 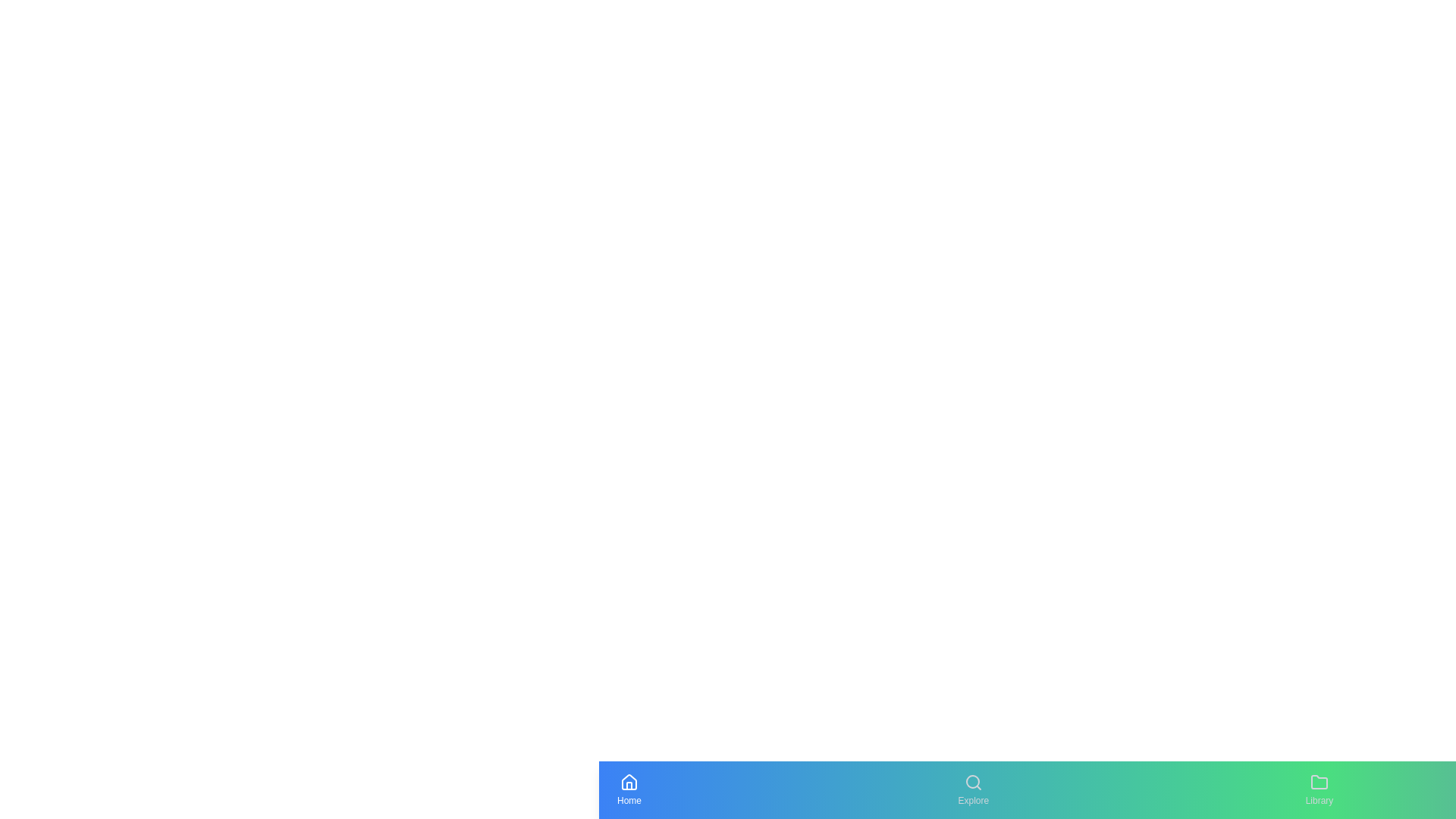 I want to click on the tab labeled Home to view its hover animation, so click(x=629, y=789).